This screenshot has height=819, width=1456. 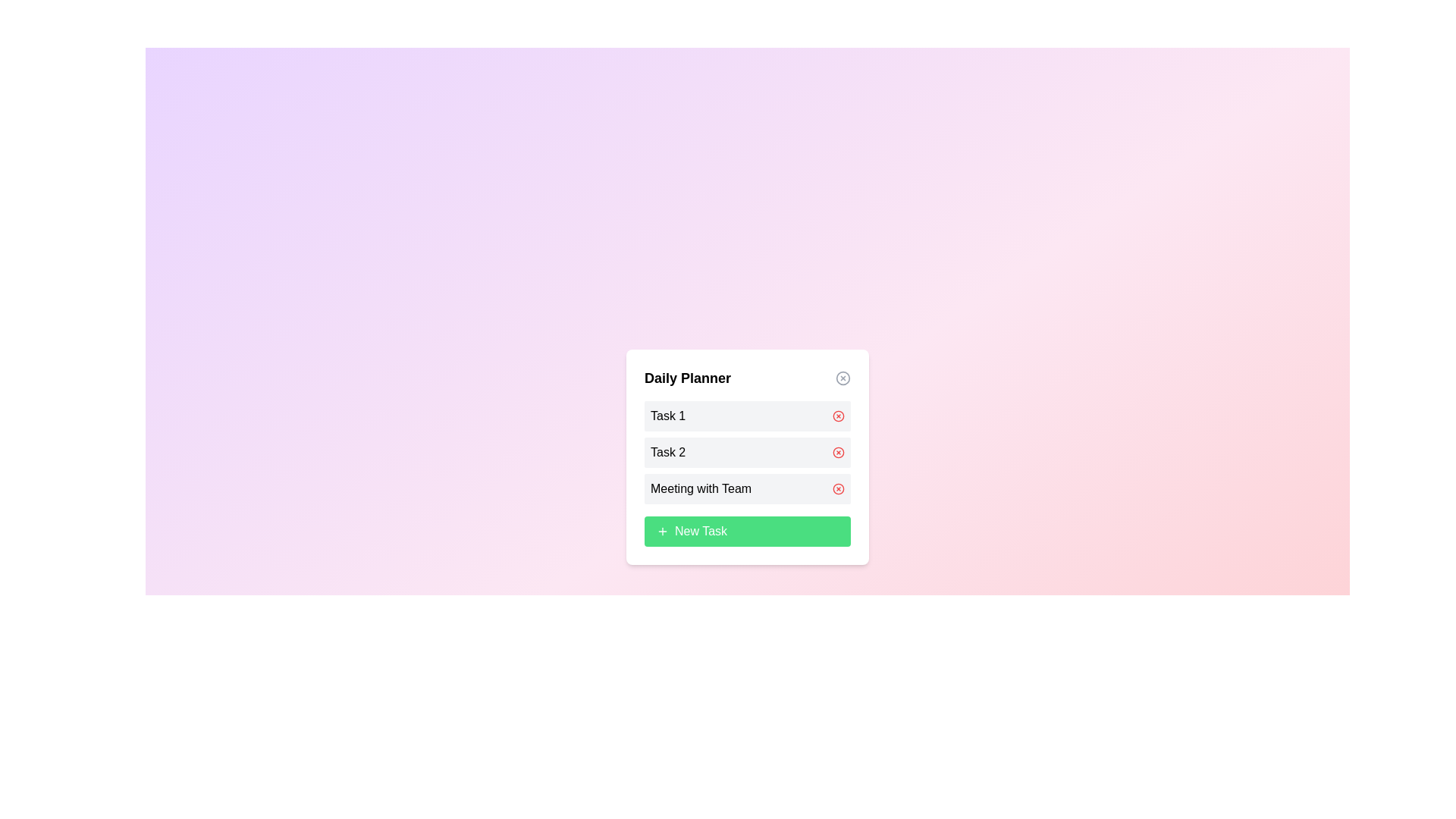 I want to click on the task labeled 'Task 2' by clicking its associated delete button, so click(x=837, y=452).